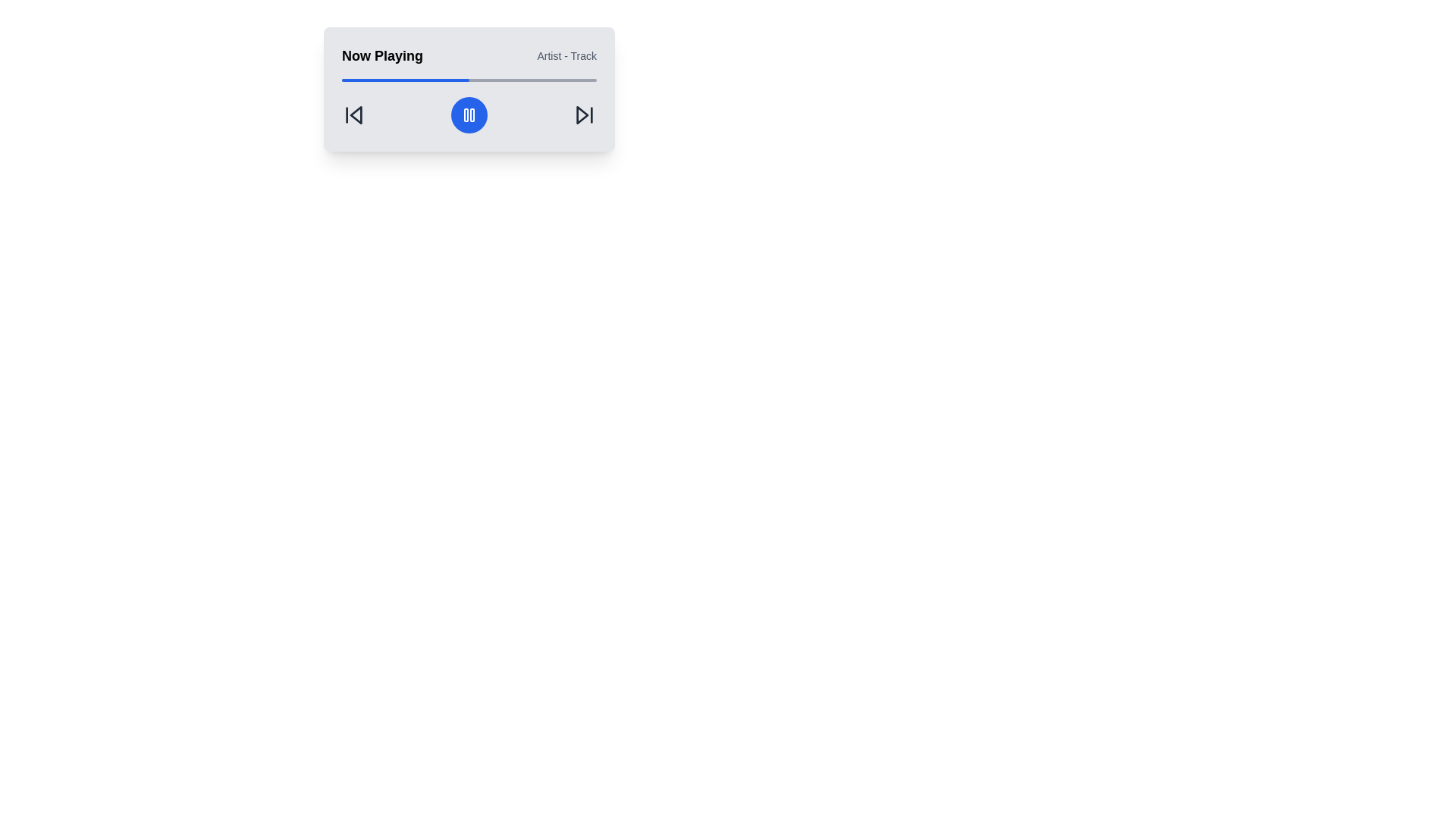 The height and width of the screenshot is (819, 1456). I want to click on the progress of the bar, so click(475, 80).